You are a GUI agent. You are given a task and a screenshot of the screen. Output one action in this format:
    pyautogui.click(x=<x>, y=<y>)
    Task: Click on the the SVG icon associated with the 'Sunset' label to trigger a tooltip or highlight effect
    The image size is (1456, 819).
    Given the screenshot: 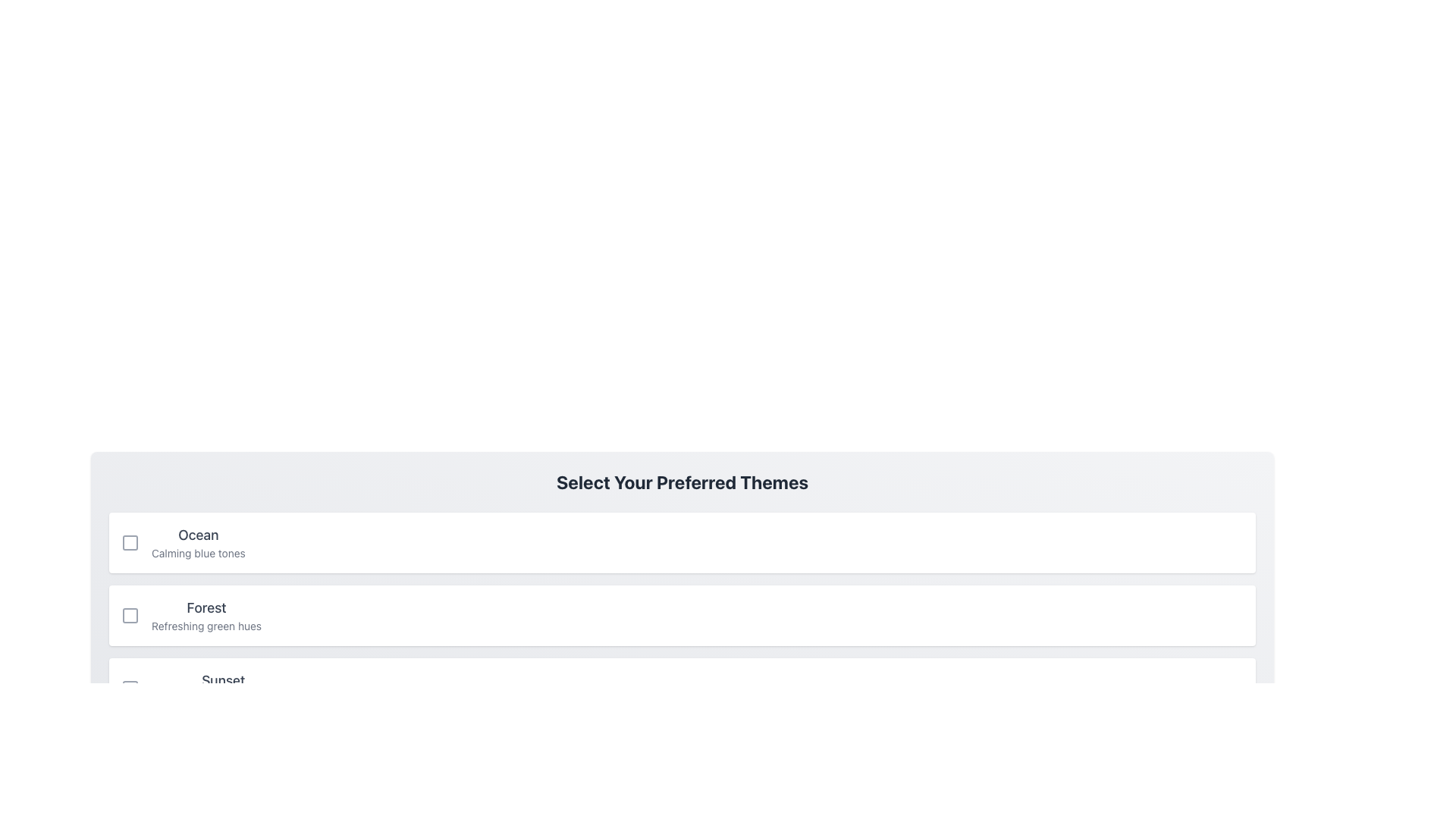 What is the action you would take?
    pyautogui.click(x=130, y=688)
    